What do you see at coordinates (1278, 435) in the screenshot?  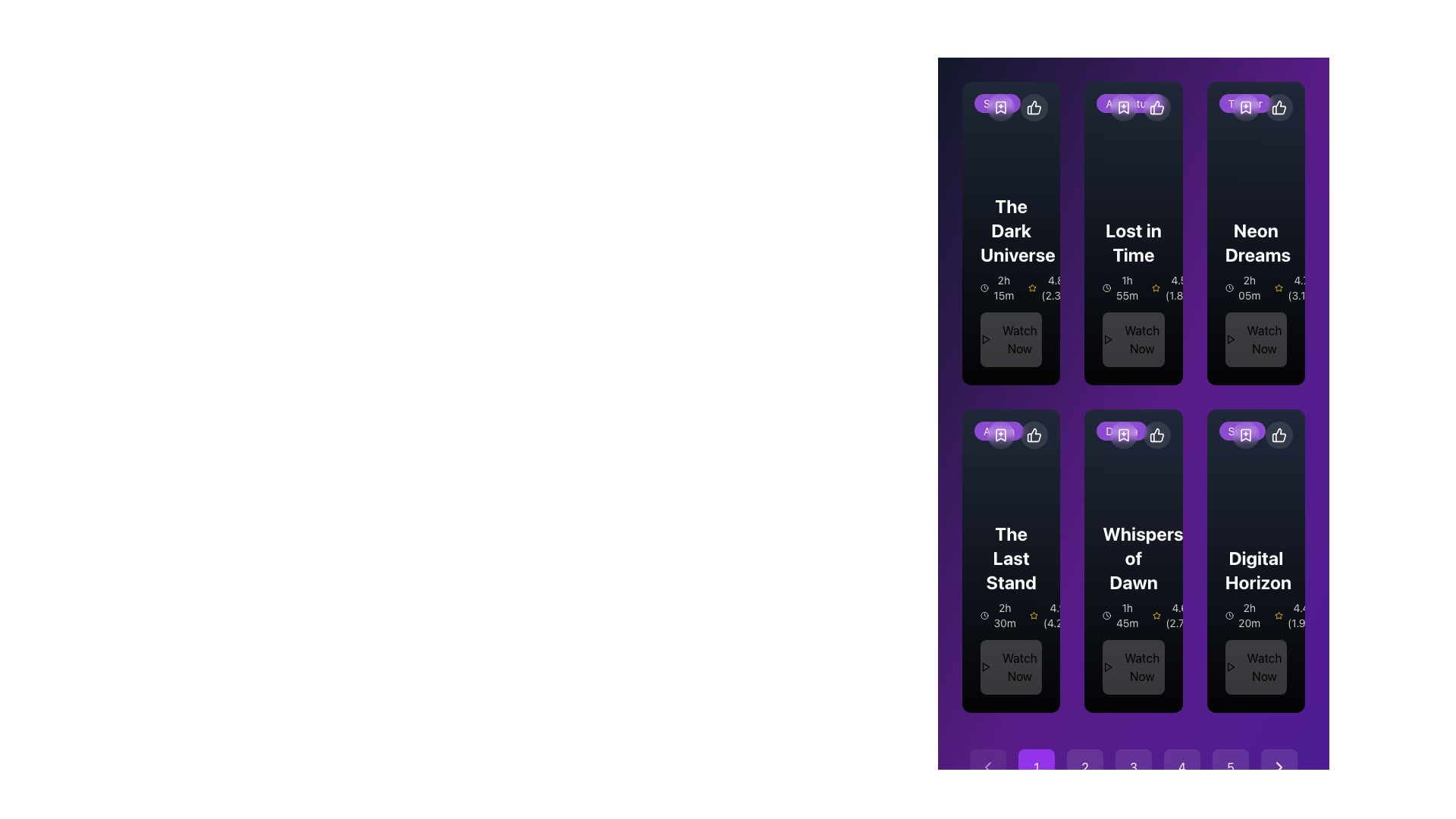 I see `the 'like' button located at the top-right corner of the 'Digital Horizon' card to express appreciation for the item` at bounding box center [1278, 435].